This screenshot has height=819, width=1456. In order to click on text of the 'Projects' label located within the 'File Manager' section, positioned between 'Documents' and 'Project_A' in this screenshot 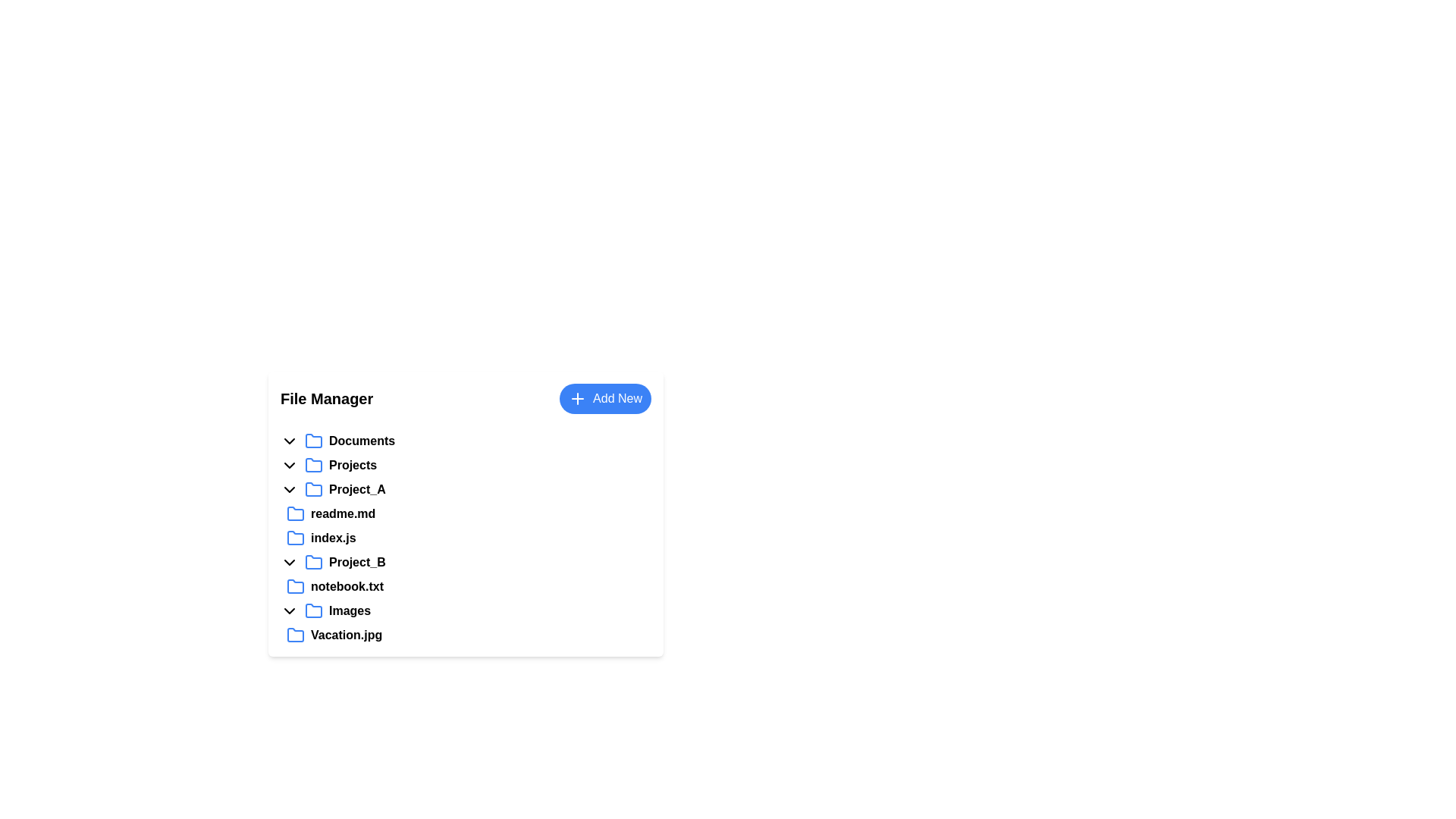, I will do `click(352, 464)`.